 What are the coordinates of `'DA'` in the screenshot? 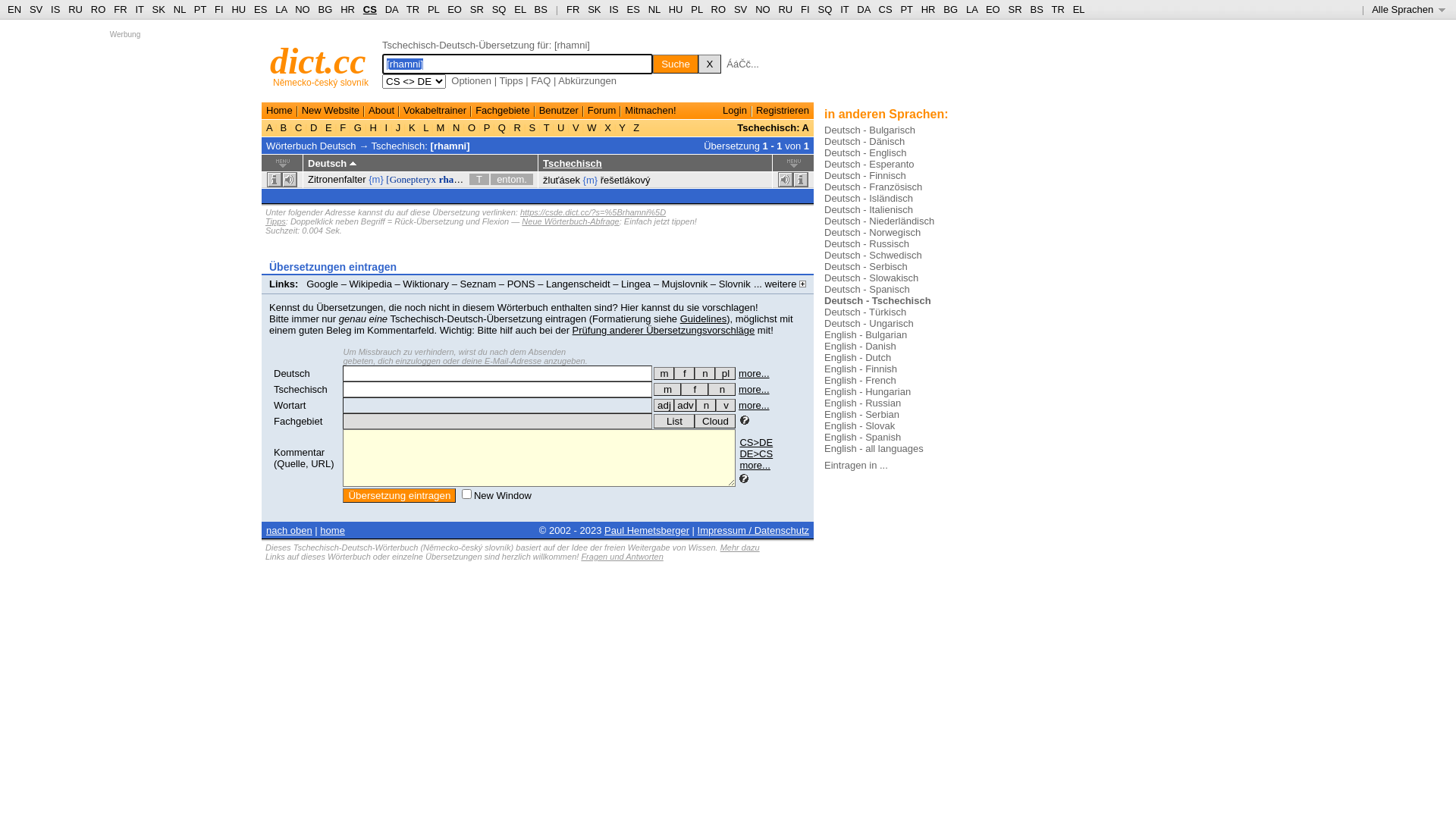 It's located at (391, 9).